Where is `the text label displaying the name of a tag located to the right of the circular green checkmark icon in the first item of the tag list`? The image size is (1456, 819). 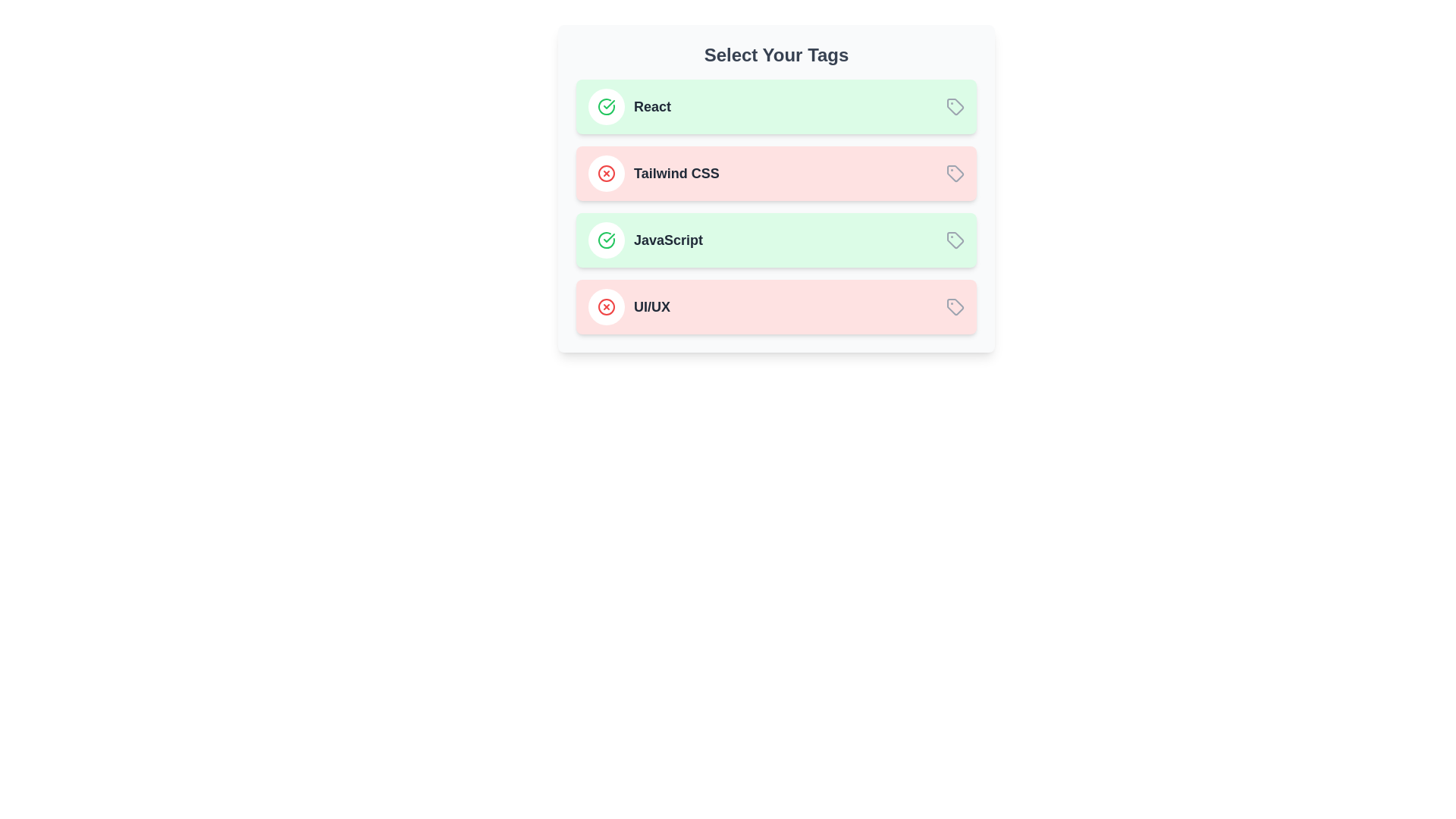
the text label displaying the name of a tag located to the right of the circular green checkmark icon in the first item of the tag list is located at coordinates (652, 106).